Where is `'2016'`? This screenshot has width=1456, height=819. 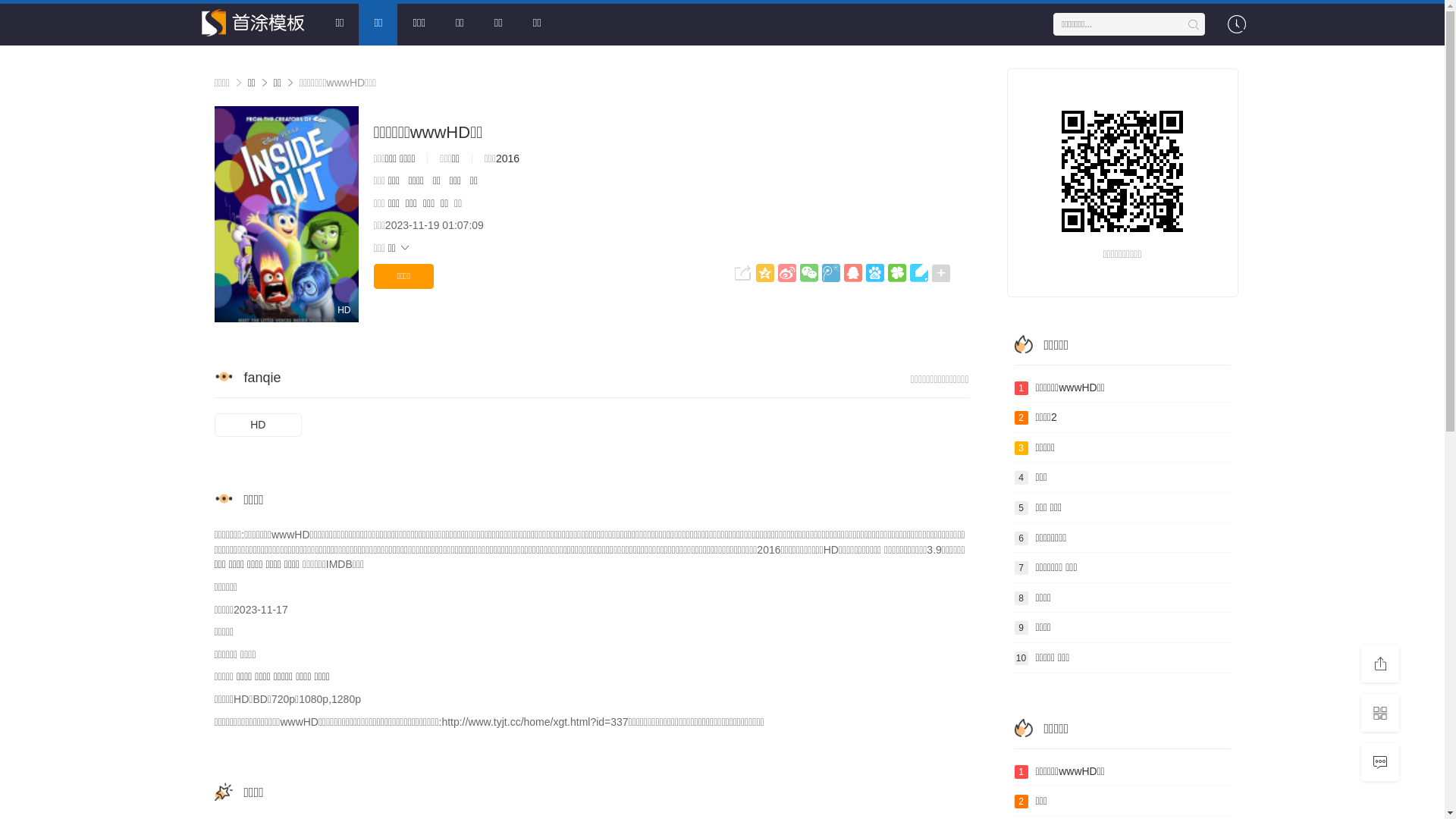
'2016' is located at coordinates (507, 158).